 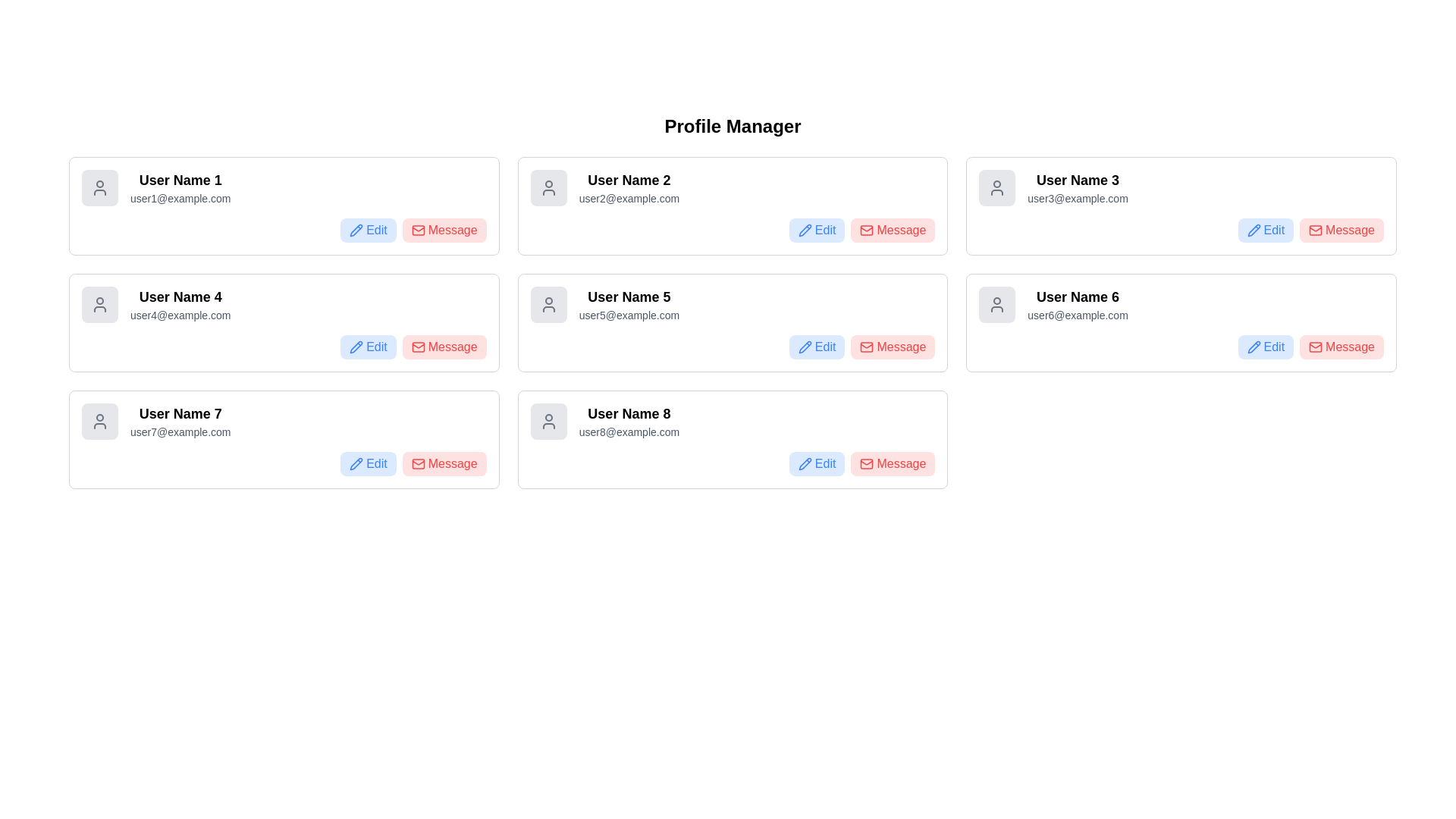 What do you see at coordinates (804, 347) in the screenshot?
I see `the pencil icon within the blue 'Edit' button` at bounding box center [804, 347].